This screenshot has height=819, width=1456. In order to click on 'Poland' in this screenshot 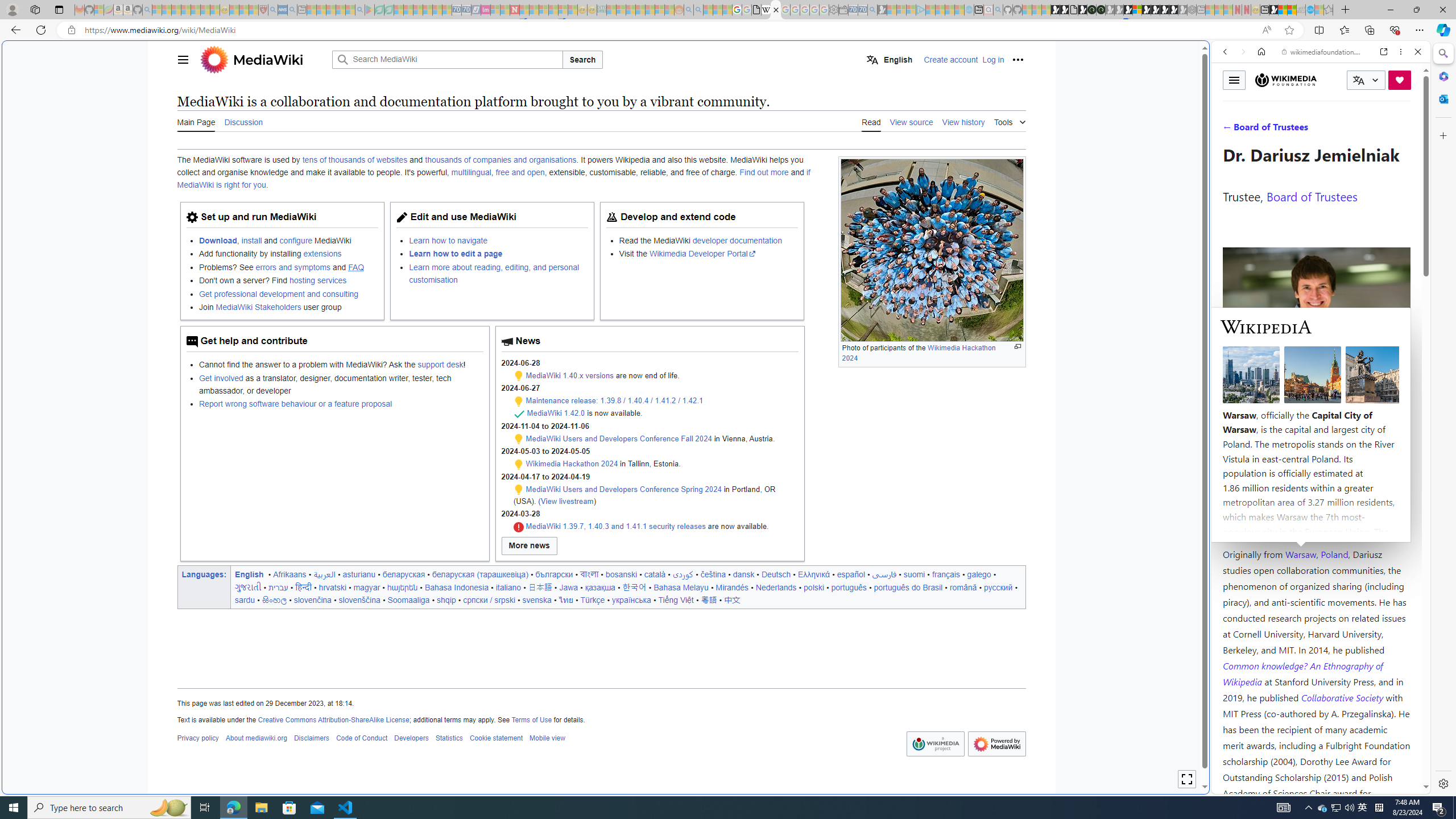, I will do `click(1335, 553)`.